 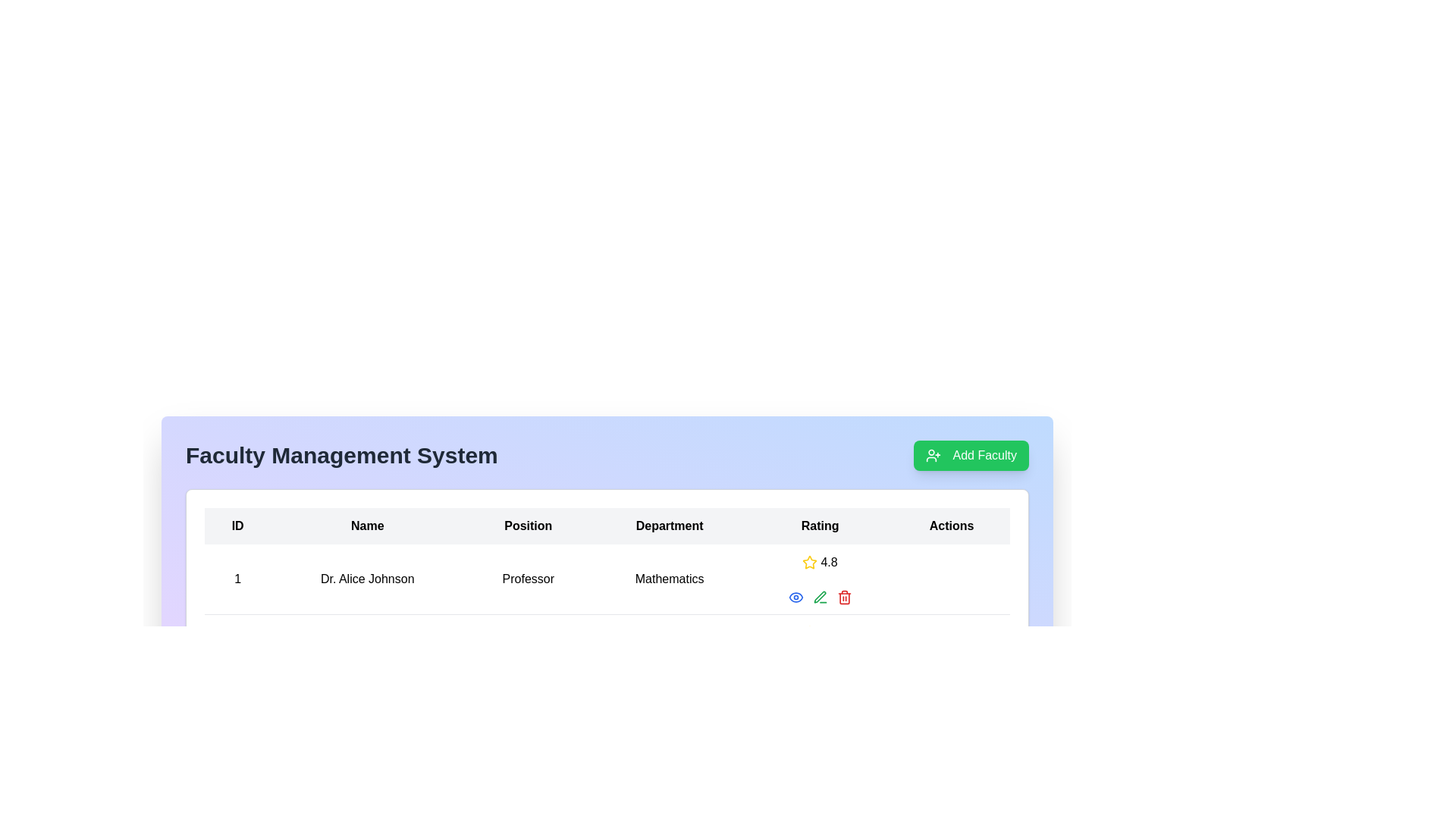 What do you see at coordinates (819, 596) in the screenshot?
I see `the Icon button in the 'Actions' column for 'Dr. Alice Johnson' to change its color` at bounding box center [819, 596].